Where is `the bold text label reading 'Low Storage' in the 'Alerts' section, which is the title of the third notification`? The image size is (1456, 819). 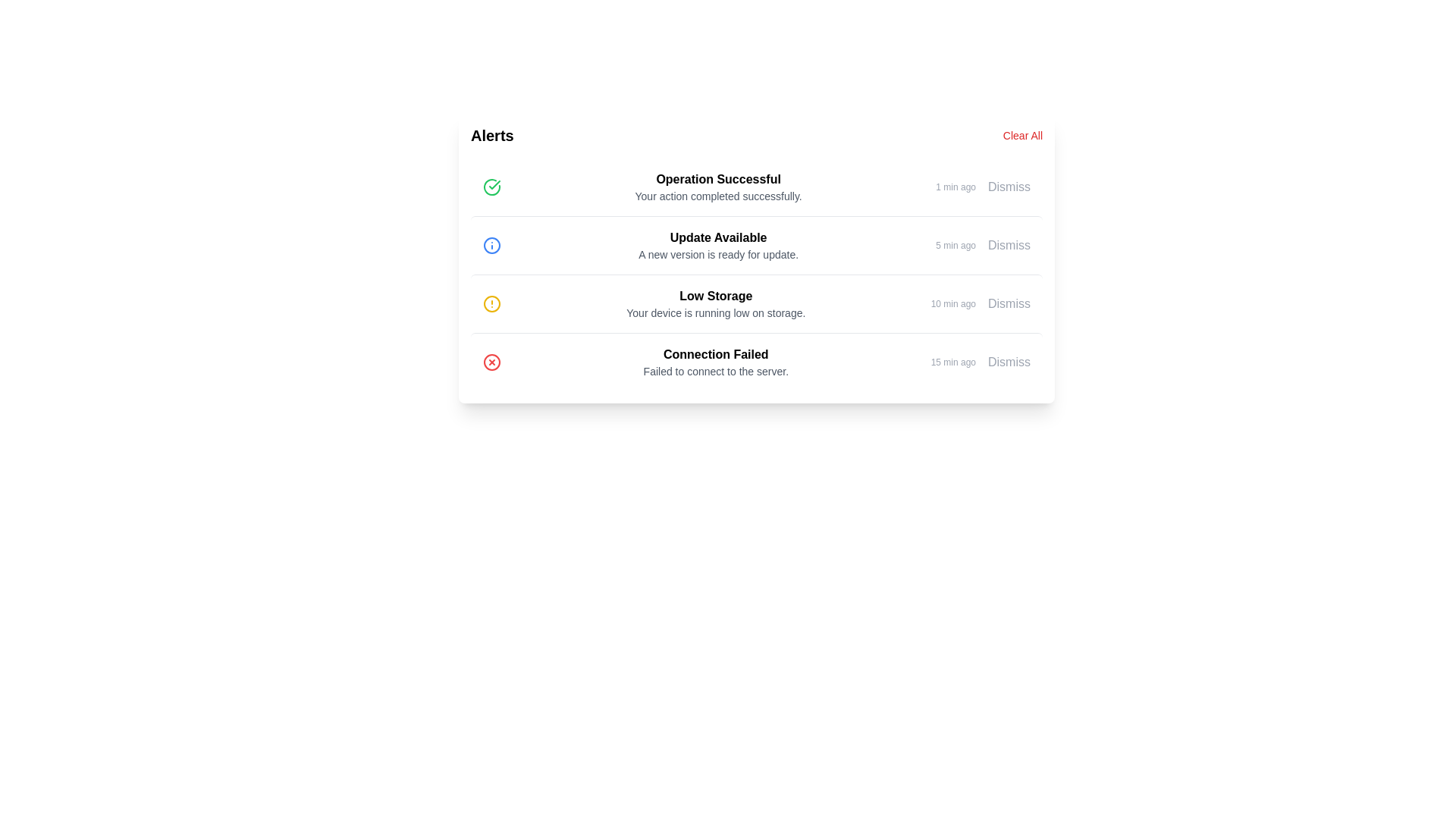 the bold text label reading 'Low Storage' in the 'Alerts' section, which is the title of the third notification is located at coordinates (715, 296).